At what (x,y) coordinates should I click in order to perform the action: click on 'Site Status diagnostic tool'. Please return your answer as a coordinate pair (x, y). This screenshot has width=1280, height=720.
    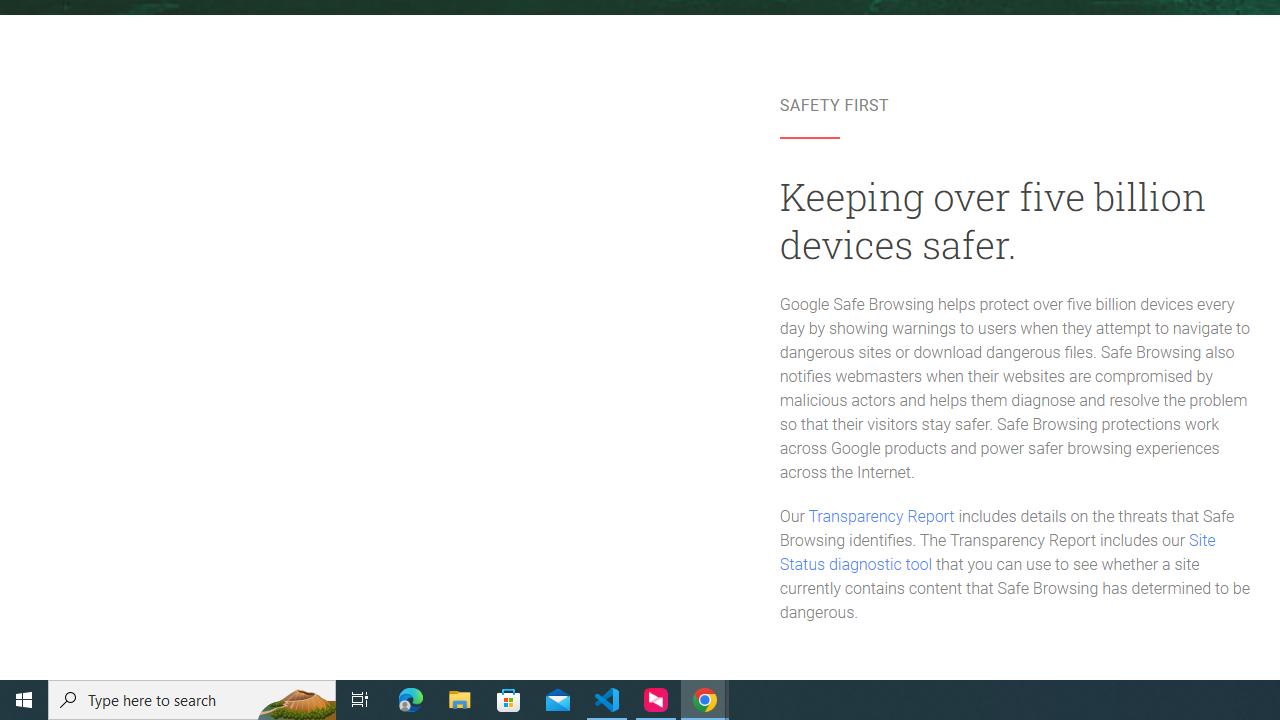
    Looking at the image, I should click on (997, 553).